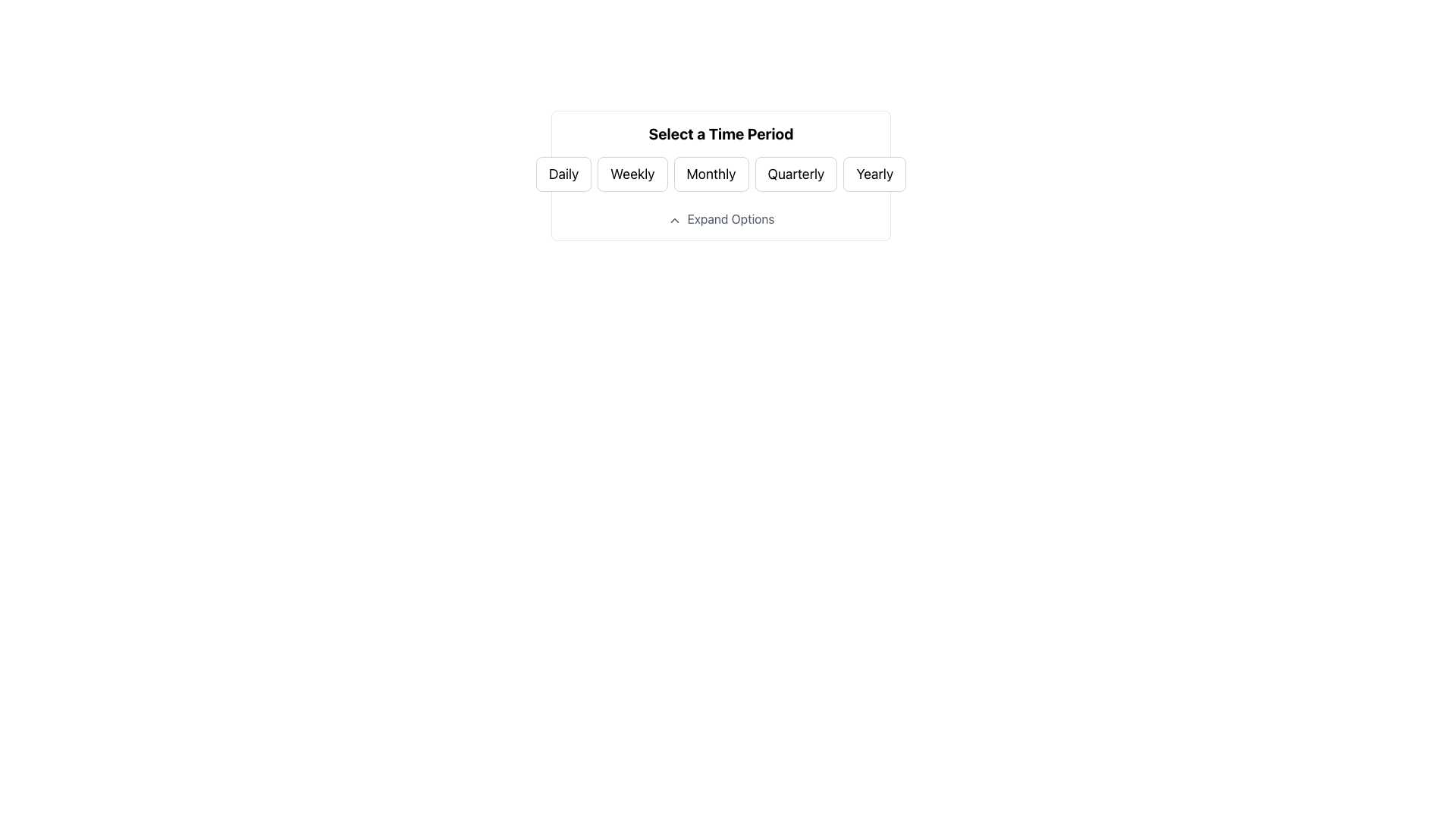 This screenshot has height=819, width=1456. Describe the element at coordinates (673, 220) in the screenshot. I see `the chevron icon to the left of the 'Expand Options' text` at that location.